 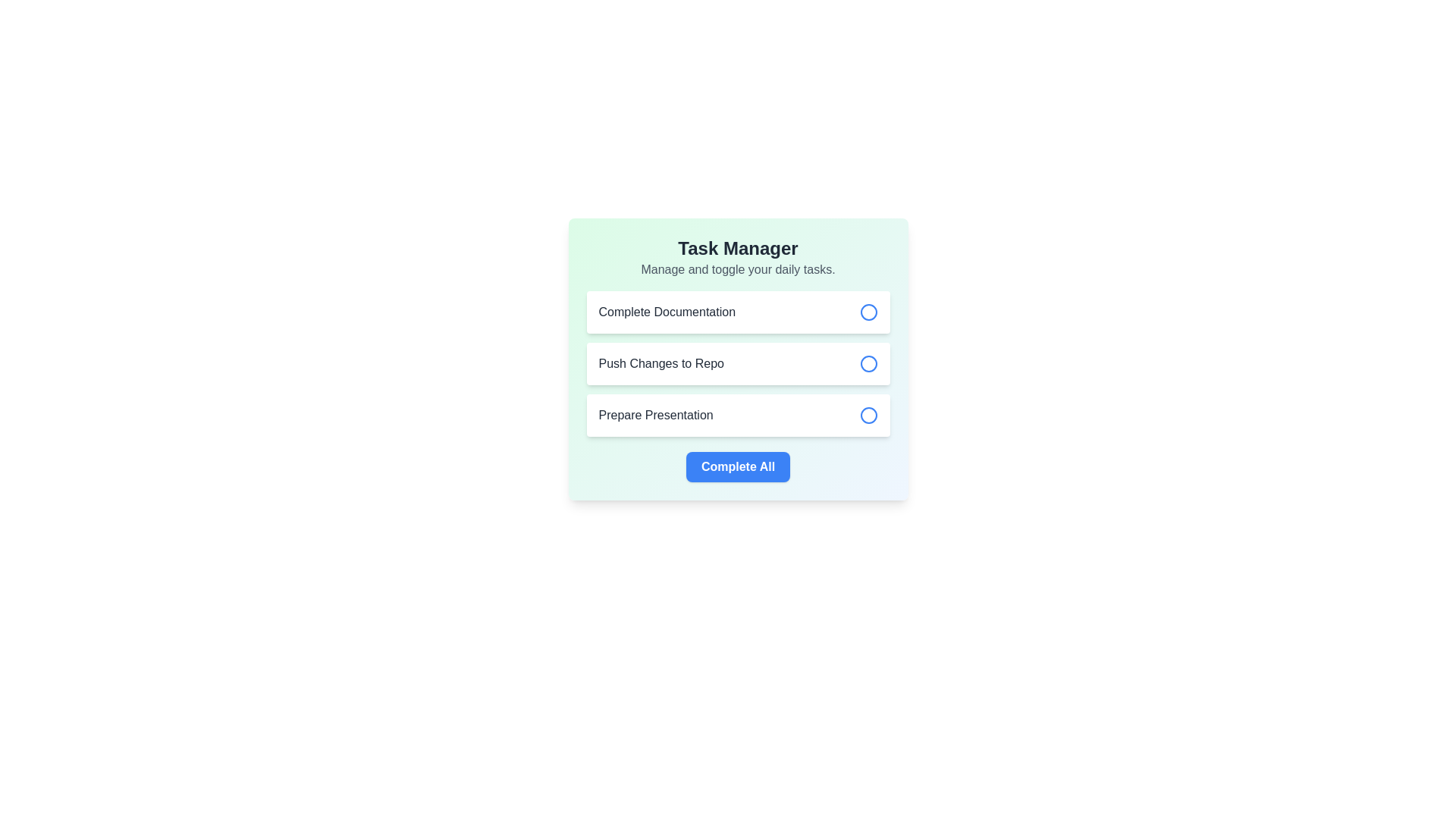 I want to click on the circular toggle status indicator for the 'Complete Documentation' task, so click(x=868, y=312).